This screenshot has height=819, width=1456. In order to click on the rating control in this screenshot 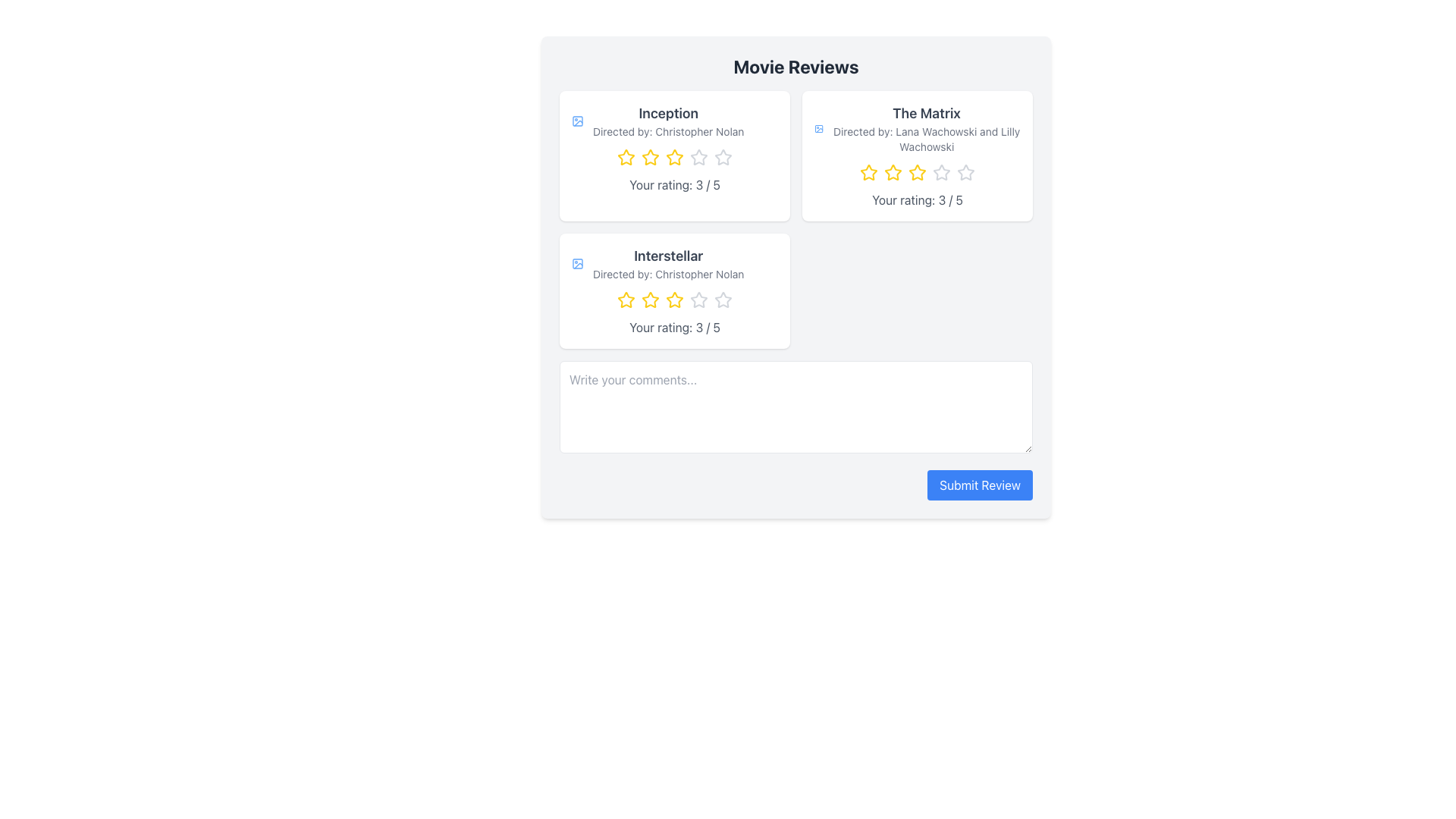, I will do `click(673, 158)`.